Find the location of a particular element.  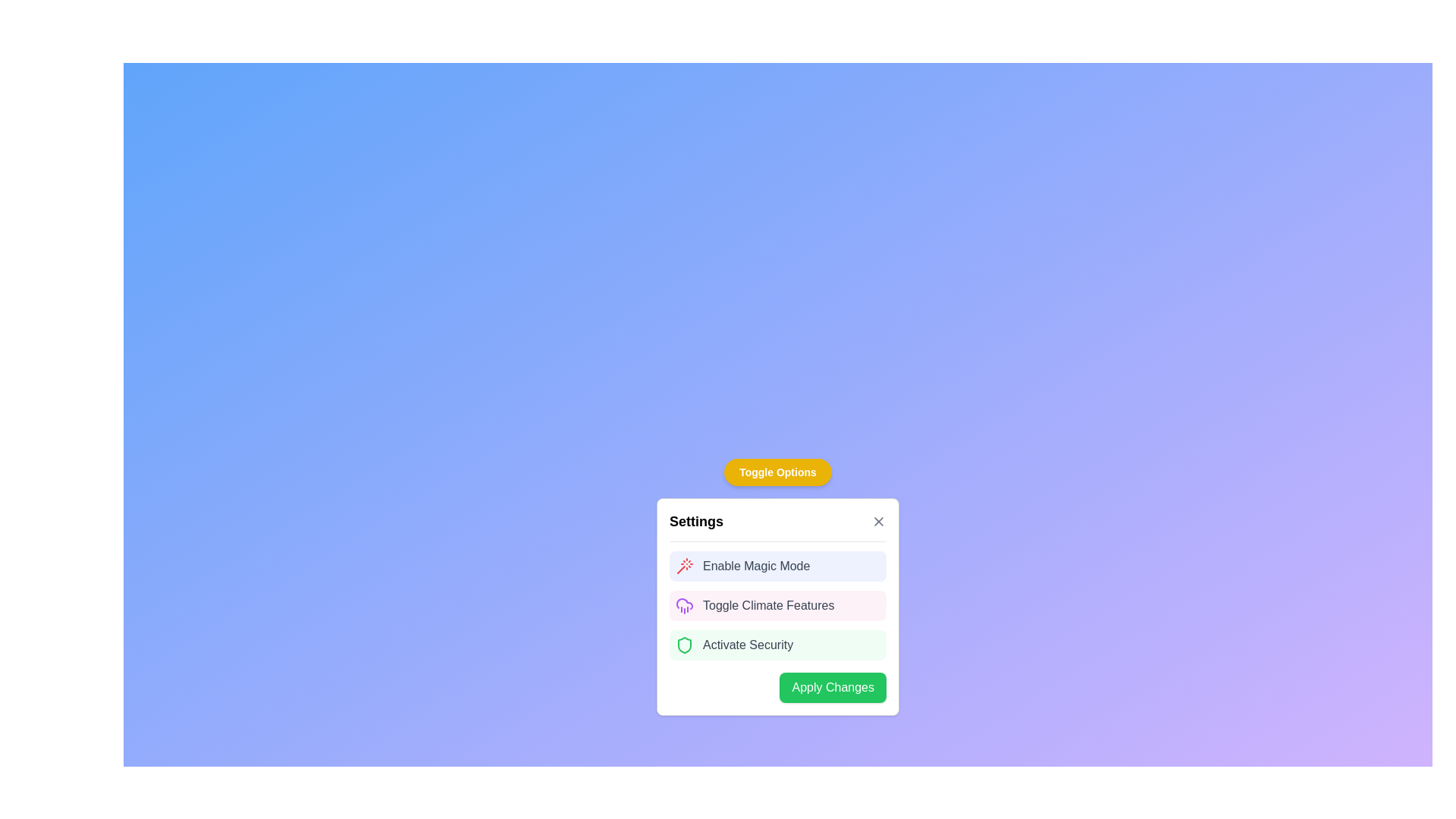

the confirm button located at the bottom-right corner of the 'Settings' modal to apply changes is located at coordinates (832, 687).